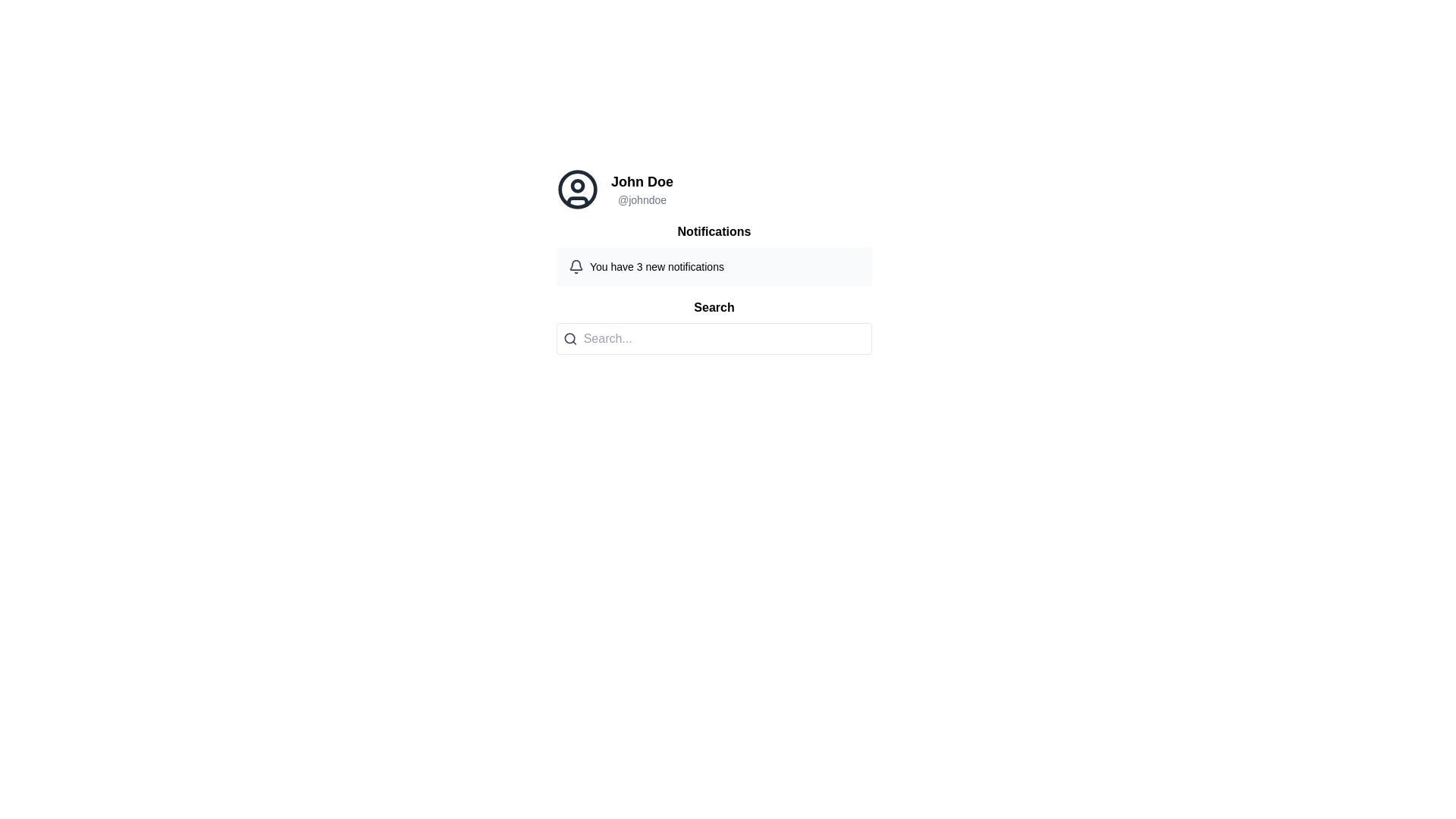  Describe the element at coordinates (713, 326) in the screenshot. I see `the search input field located below the 'Notifications' section to focus on it` at that location.